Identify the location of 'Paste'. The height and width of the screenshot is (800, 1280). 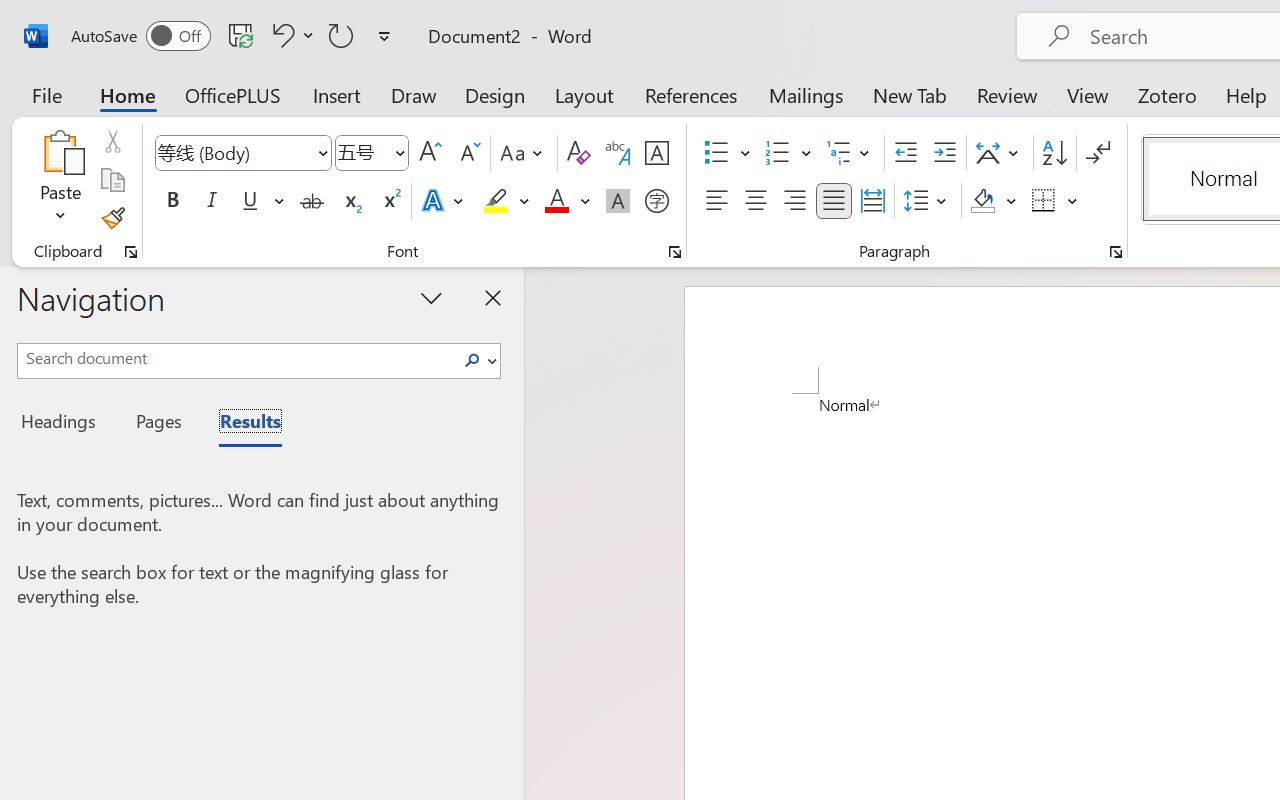
(60, 179).